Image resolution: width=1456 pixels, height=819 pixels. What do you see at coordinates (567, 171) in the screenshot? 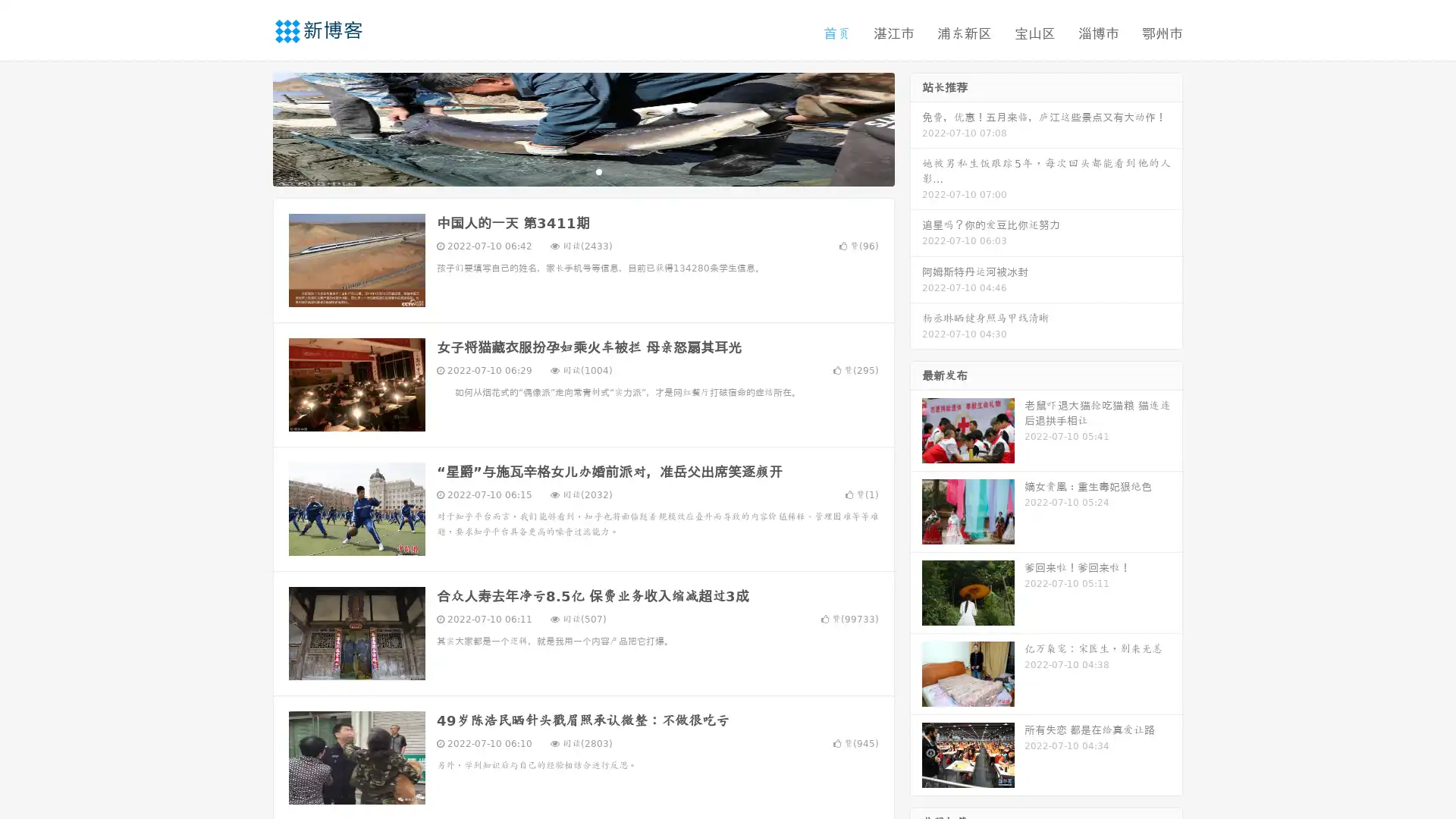
I see `Go to slide 1` at bounding box center [567, 171].